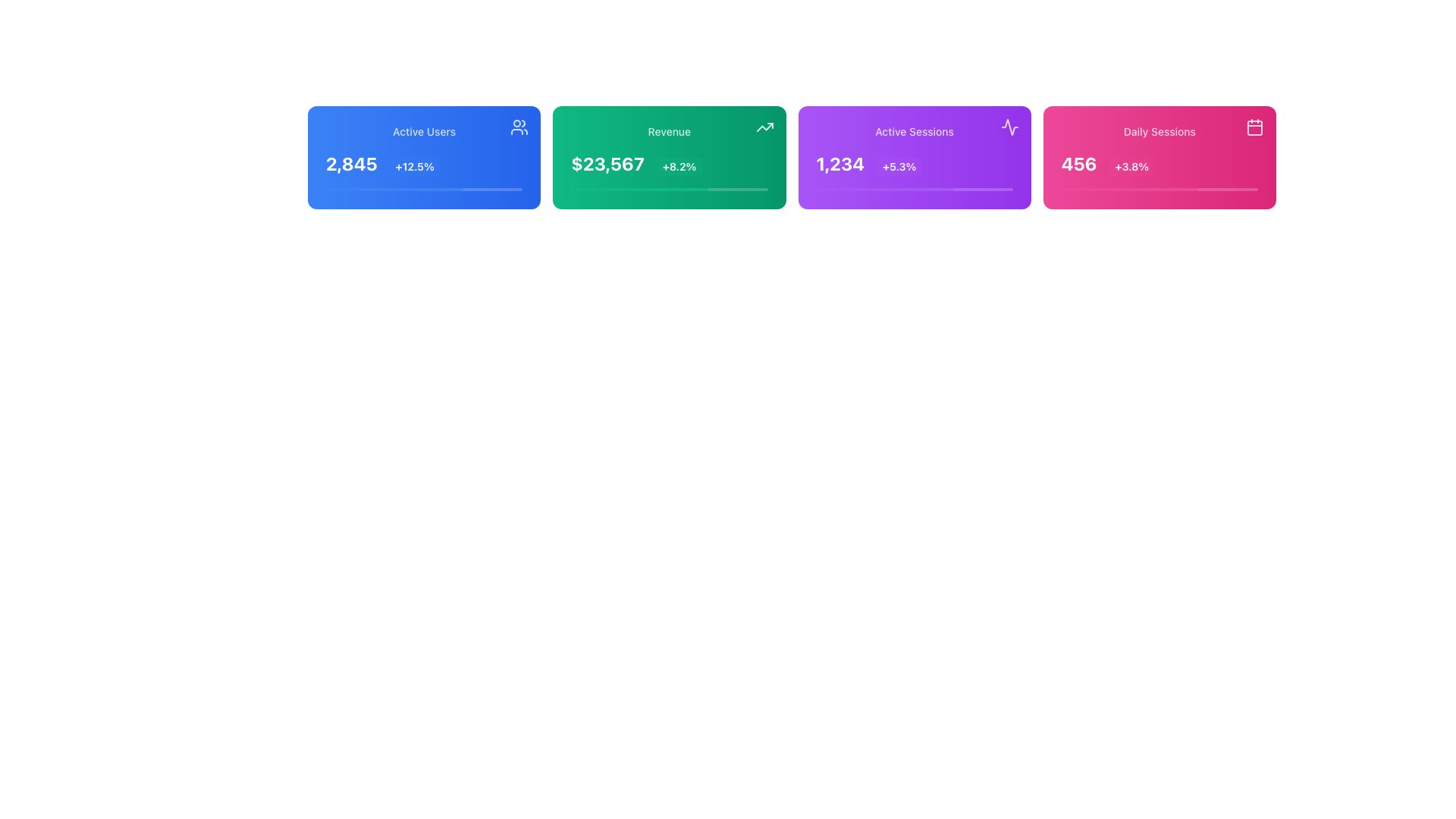 The image size is (1456, 819). Describe the element at coordinates (668, 189) in the screenshot. I see `the Progress bar at the bottom of the 'Revenue' card, which visually represents the percentage progress of revenue value` at that location.